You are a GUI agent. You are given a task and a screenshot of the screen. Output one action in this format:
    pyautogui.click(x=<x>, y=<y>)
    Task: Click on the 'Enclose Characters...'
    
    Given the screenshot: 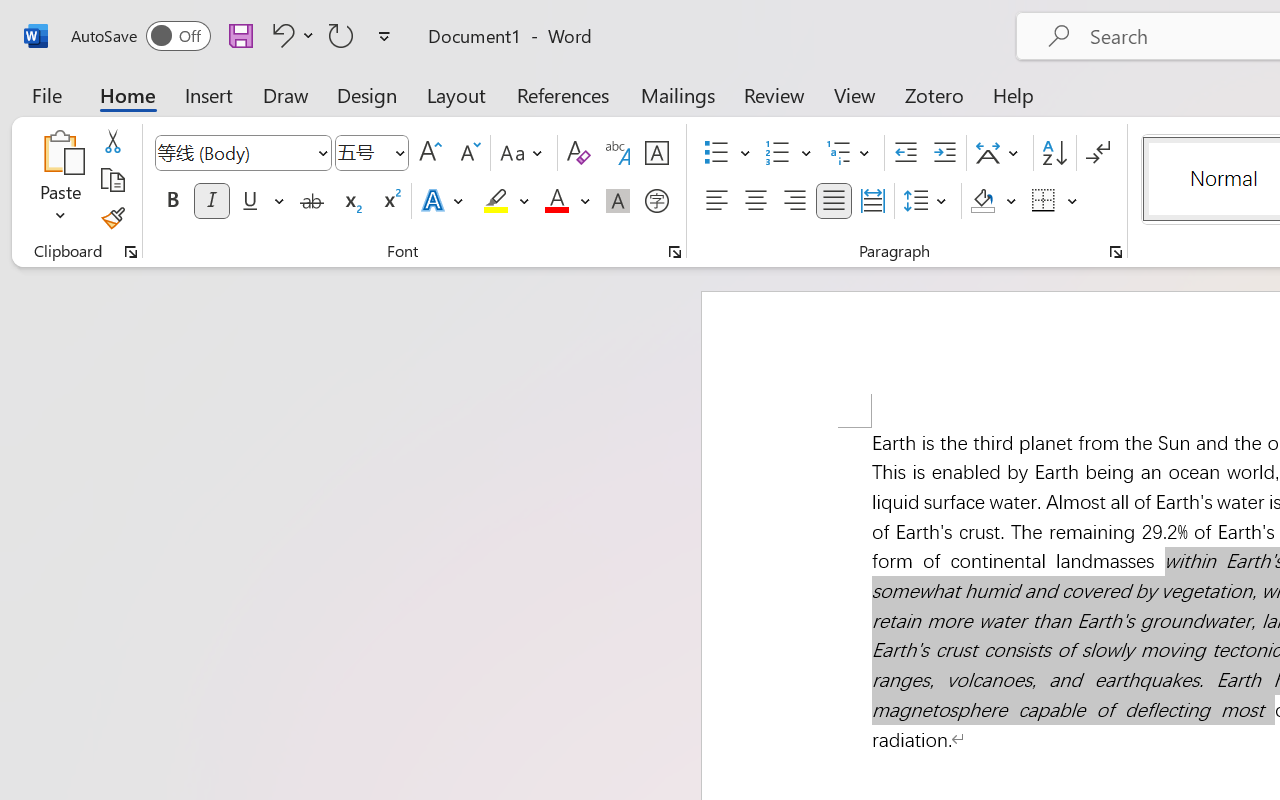 What is the action you would take?
    pyautogui.click(x=656, y=201)
    